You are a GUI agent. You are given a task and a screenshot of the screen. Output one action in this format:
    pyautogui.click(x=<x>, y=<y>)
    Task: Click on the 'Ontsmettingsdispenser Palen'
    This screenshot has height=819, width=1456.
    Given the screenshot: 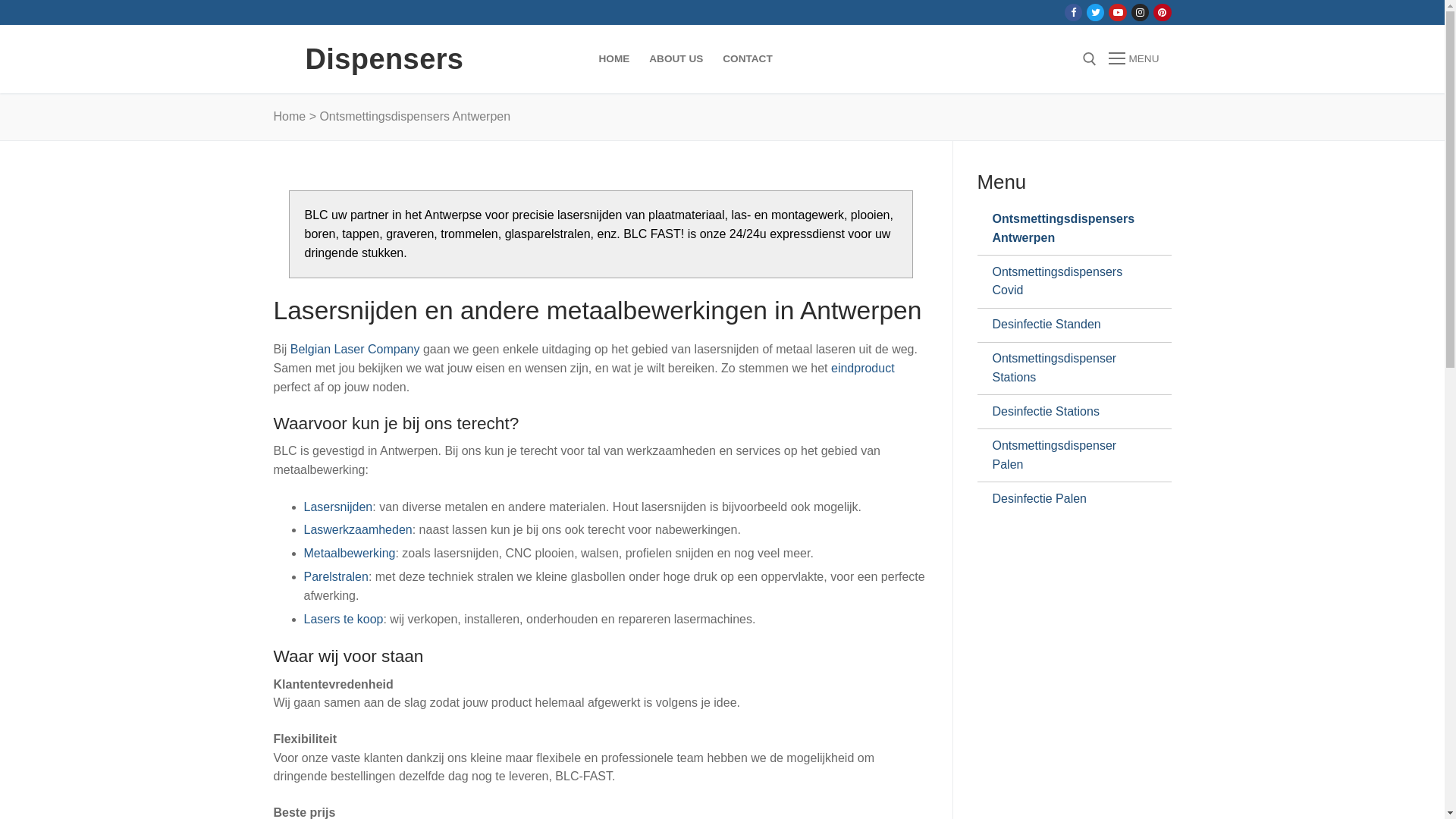 What is the action you would take?
    pyautogui.click(x=1066, y=454)
    